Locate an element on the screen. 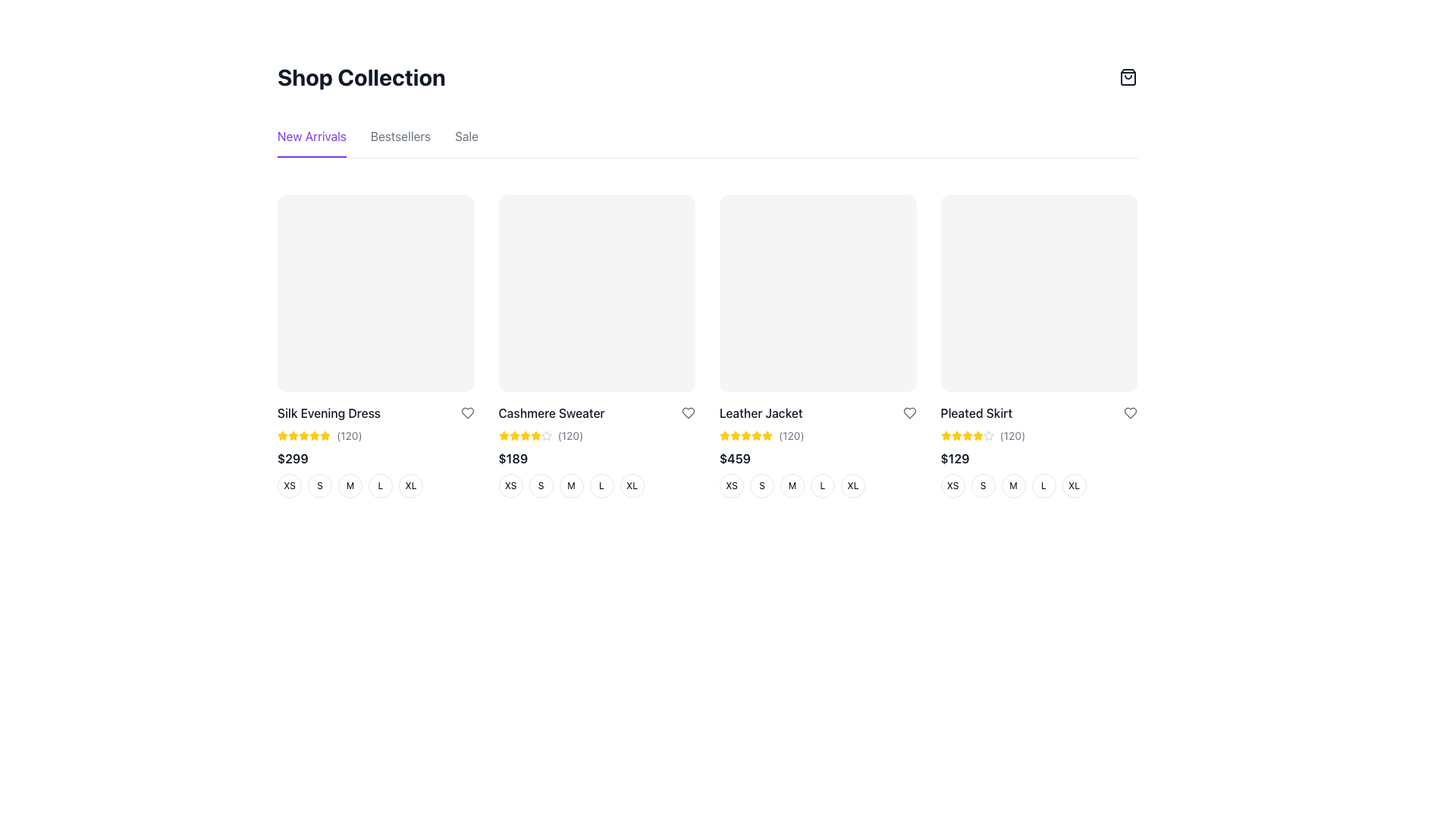 This screenshot has height=819, width=1456. the second star-shaped icon with a yellow fill and orange border in the rating system for 'Silk Evening Dress' to rate it is located at coordinates (303, 435).